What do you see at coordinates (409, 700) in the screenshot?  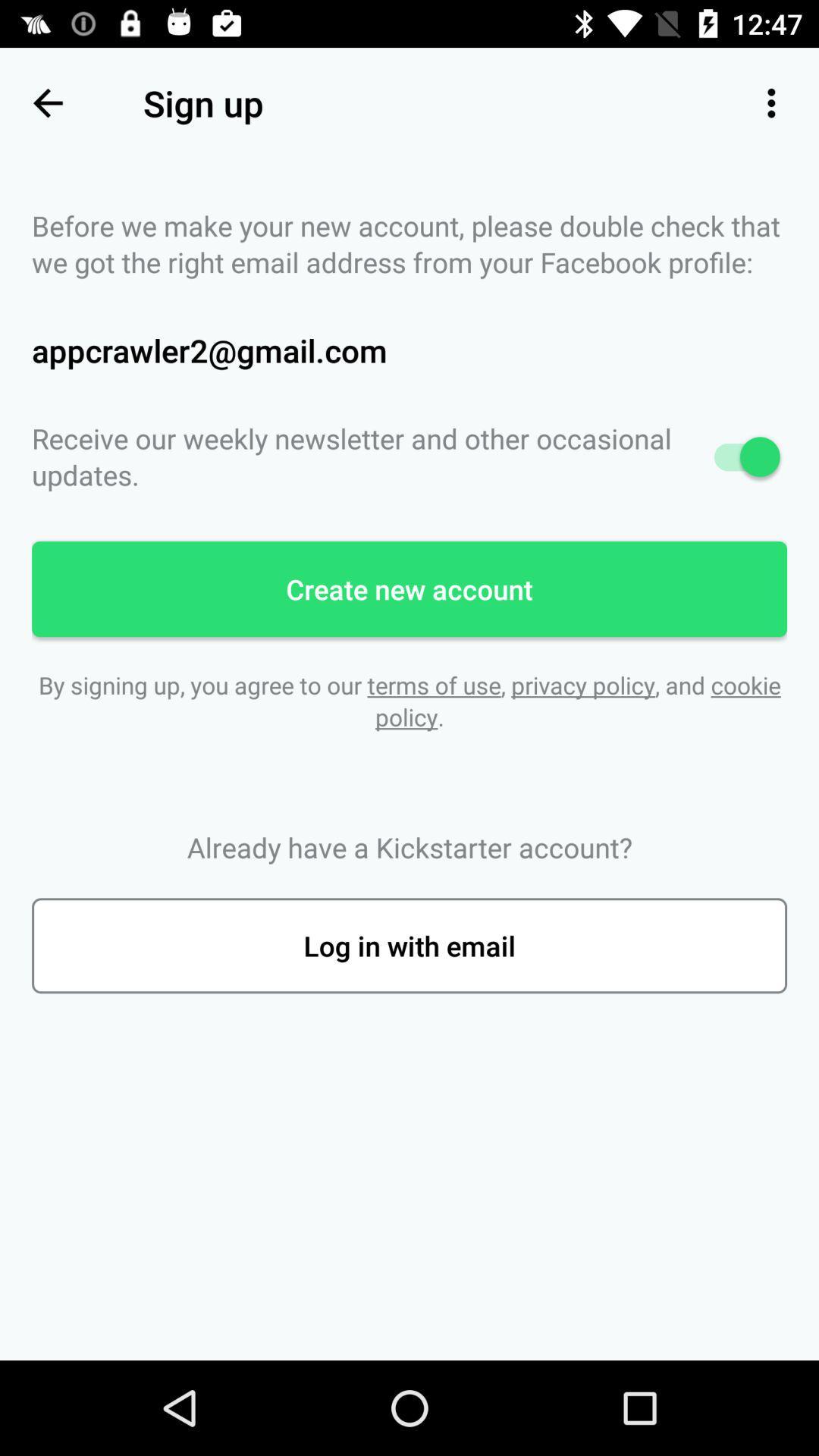 I see `the by signing up item` at bounding box center [409, 700].